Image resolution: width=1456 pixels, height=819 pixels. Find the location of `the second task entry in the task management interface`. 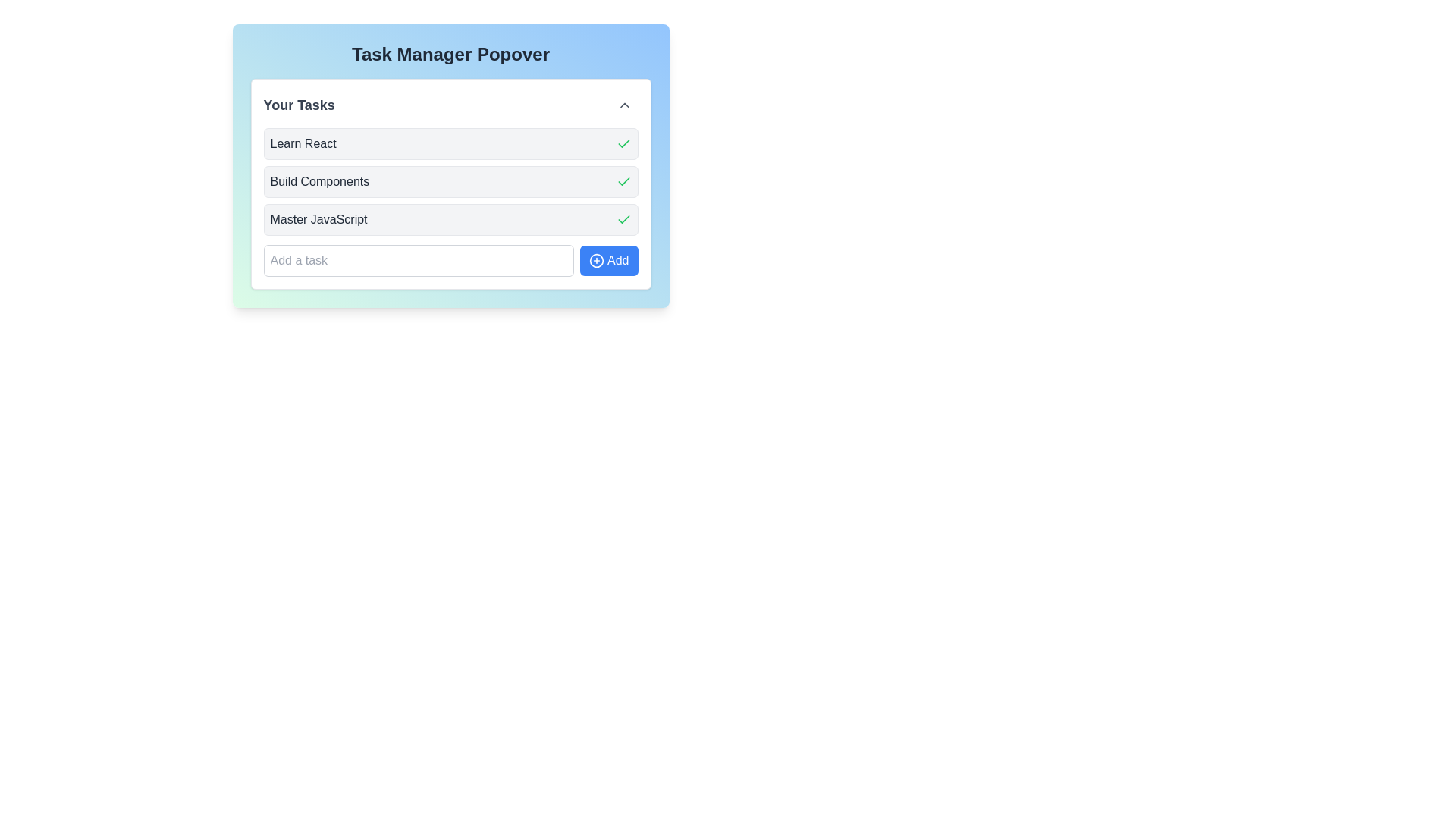

the second task entry in the task management interface is located at coordinates (450, 184).